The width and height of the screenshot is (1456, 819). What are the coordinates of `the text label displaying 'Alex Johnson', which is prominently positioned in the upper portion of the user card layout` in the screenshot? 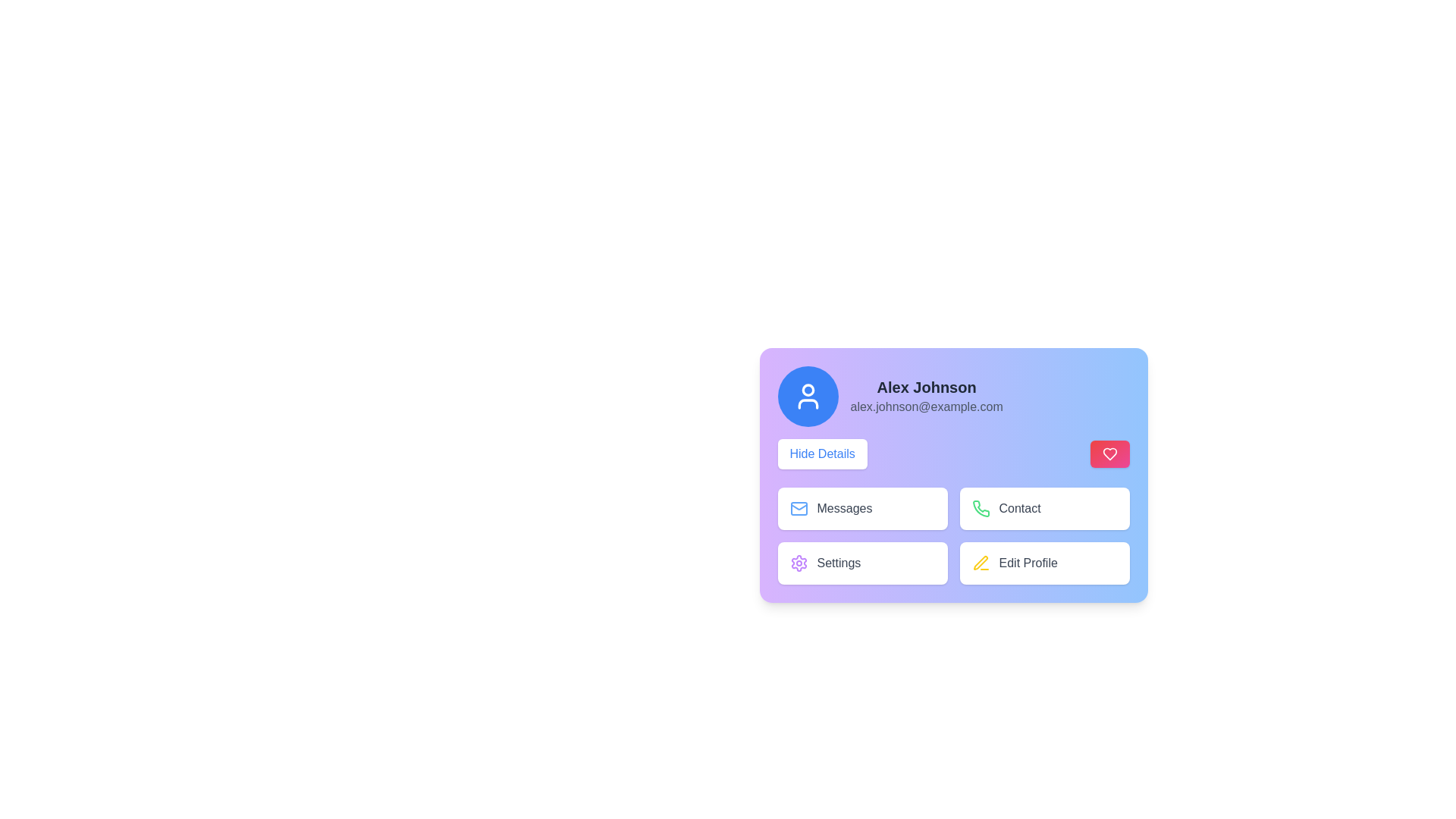 It's located at (926, 386).